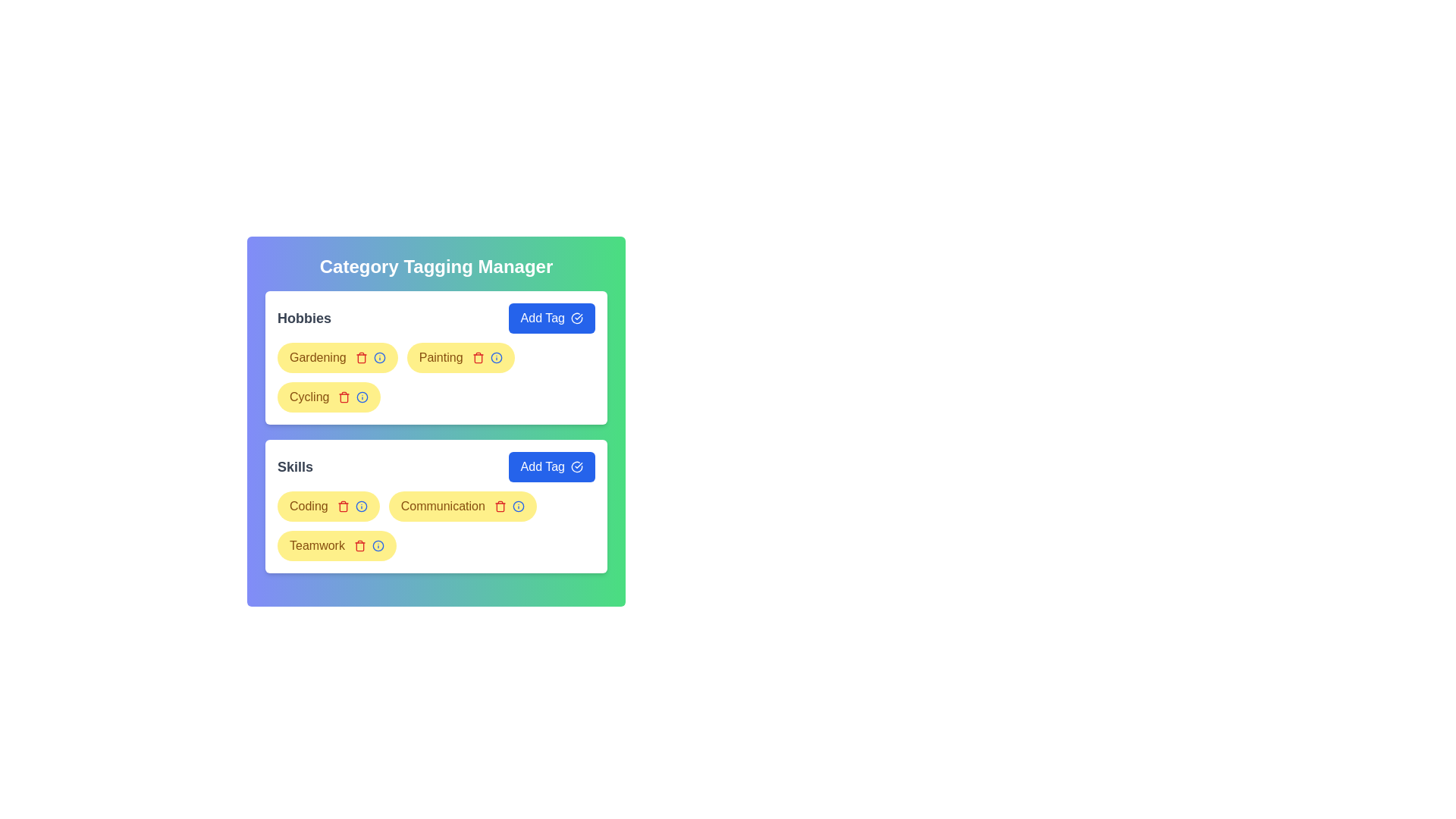 The width and height of the screenshot is (1456, 819). What do you see at coordinates (435, 376) in the screenshot?
I see `the blue information icon on the second tag labeled 'Painting' in the Tag group component within the 'Hobbies' section of the 'Category Tagging Manager' interface` at bounding box center [435, 376].